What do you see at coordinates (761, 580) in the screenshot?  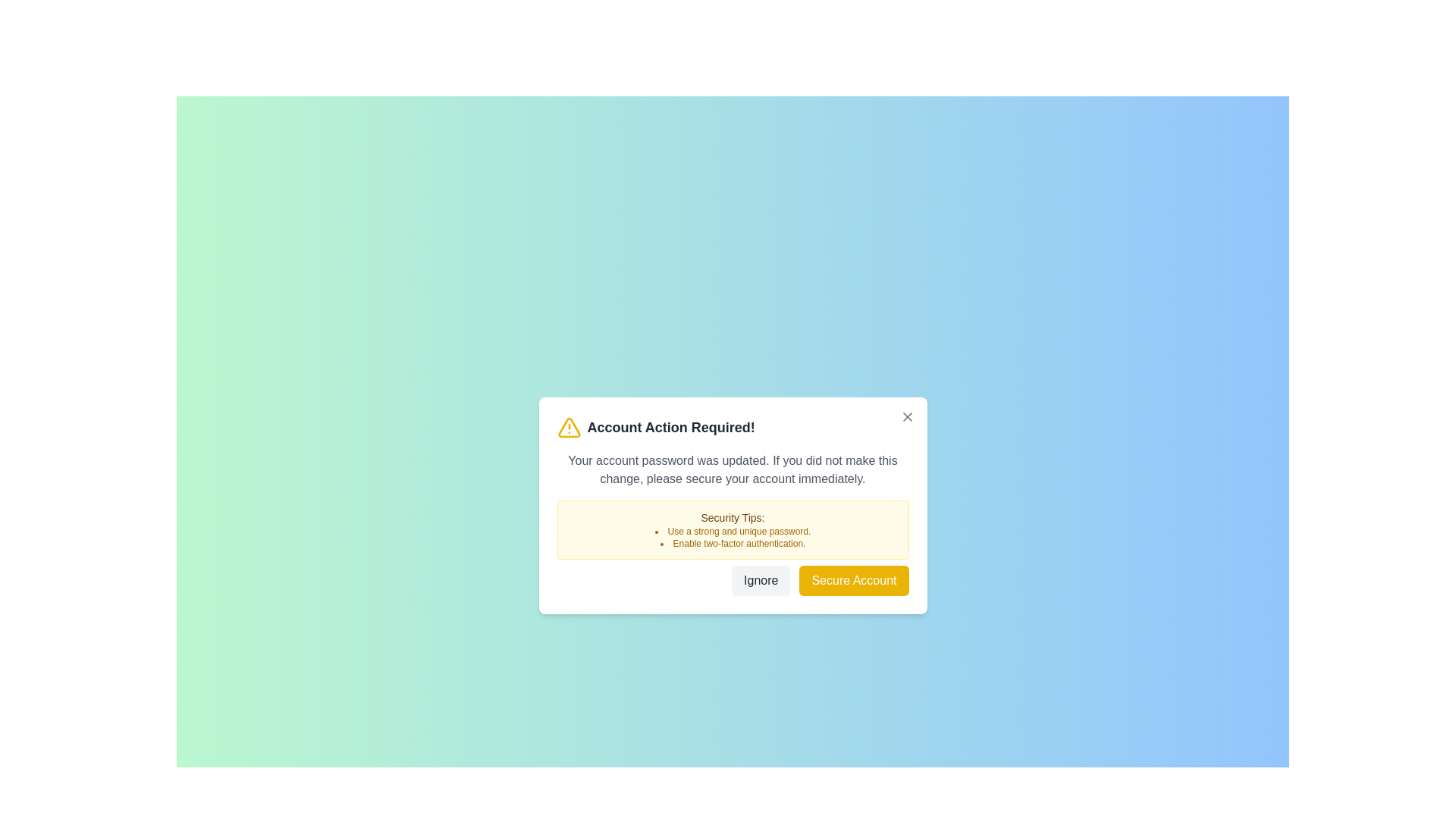 I see `the 'Ignore' button to acknowledge the notification` at bounding box center [761, 580].